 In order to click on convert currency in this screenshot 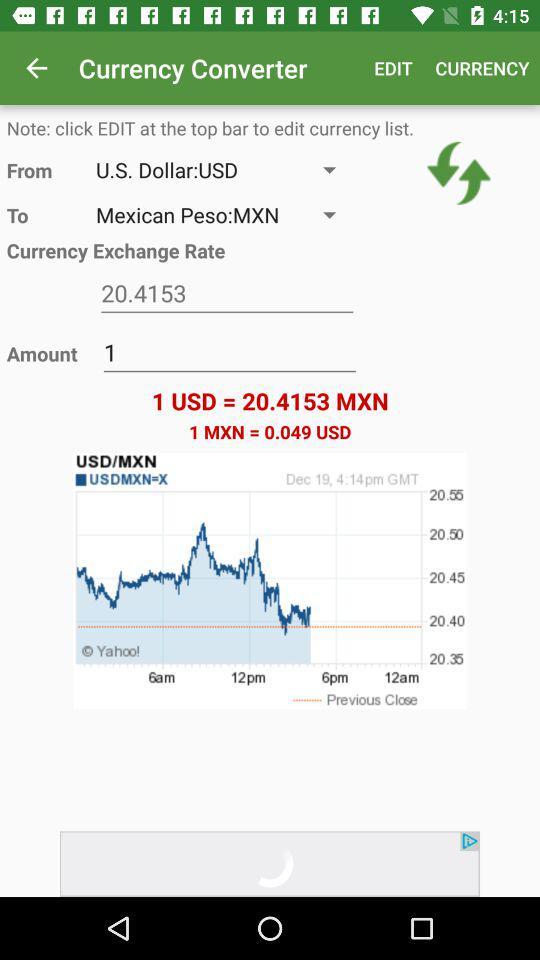, I will do `click(459, 172)`.